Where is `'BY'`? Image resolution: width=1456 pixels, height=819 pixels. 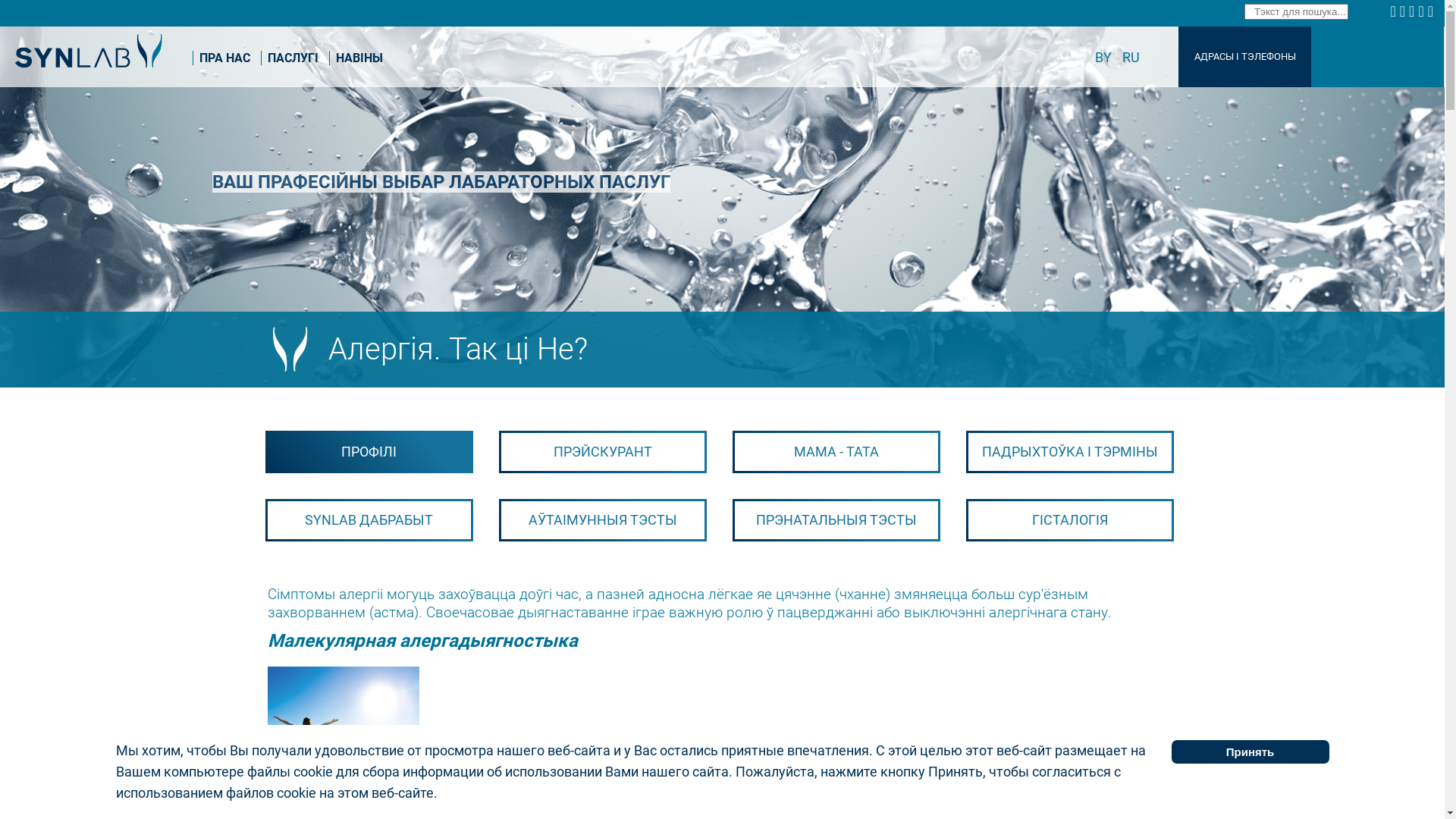
'BY' is located at coordinates (1105, 56).